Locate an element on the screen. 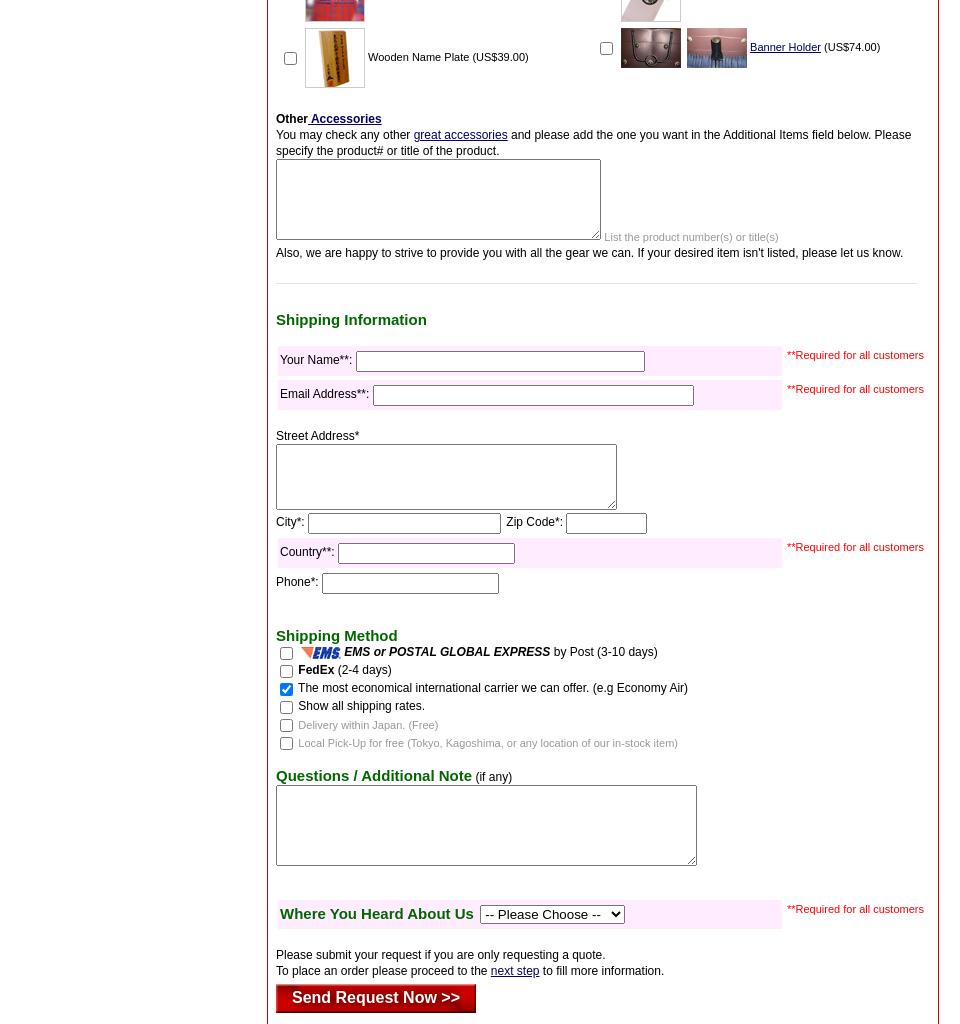 The width and height of the screenshot is (960, 1024). '(US$74.00)' is located at coordinates (849, 44).